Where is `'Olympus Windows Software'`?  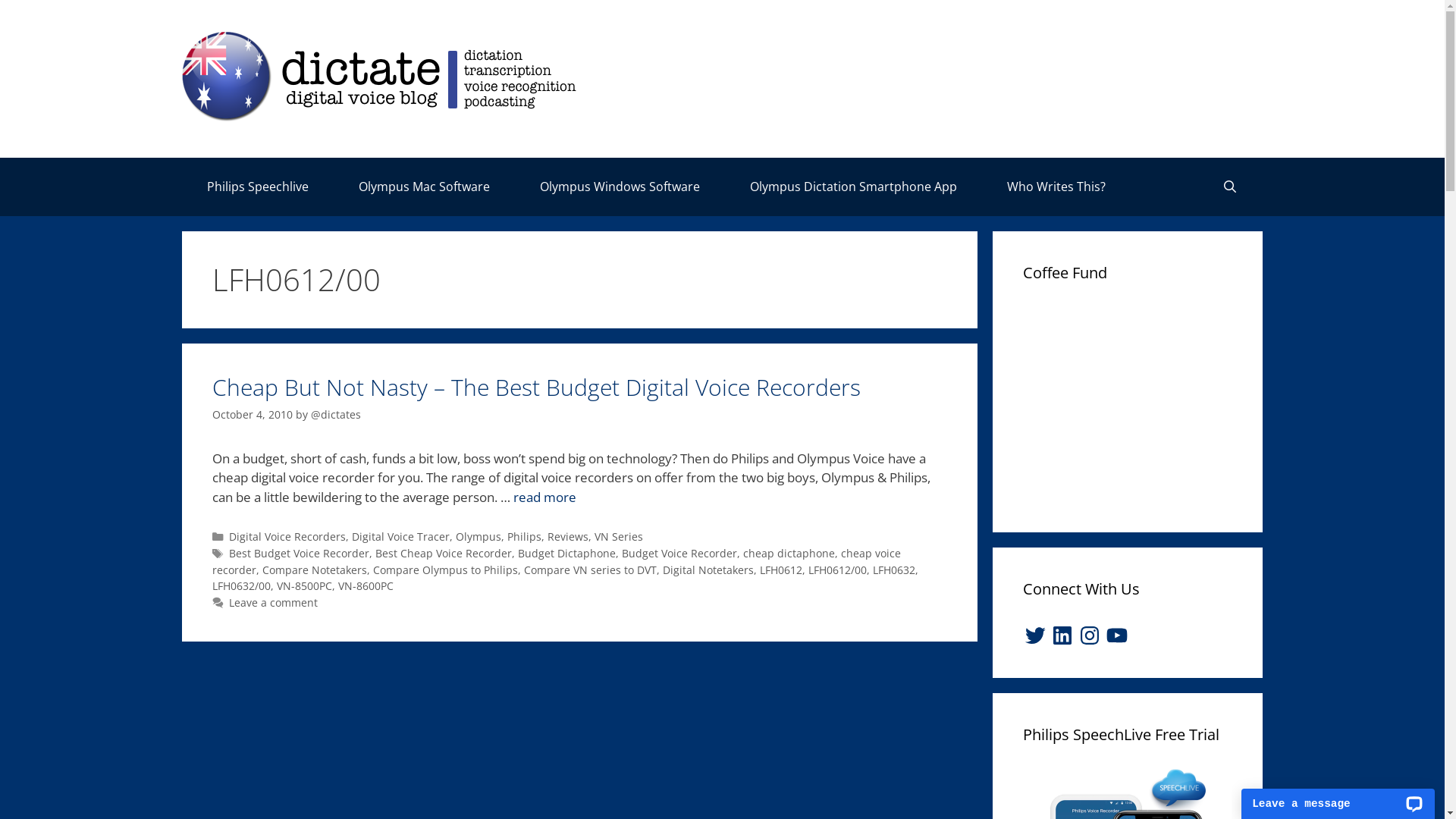
'Olympus Windows Software' is located at coordinates (620, 186).